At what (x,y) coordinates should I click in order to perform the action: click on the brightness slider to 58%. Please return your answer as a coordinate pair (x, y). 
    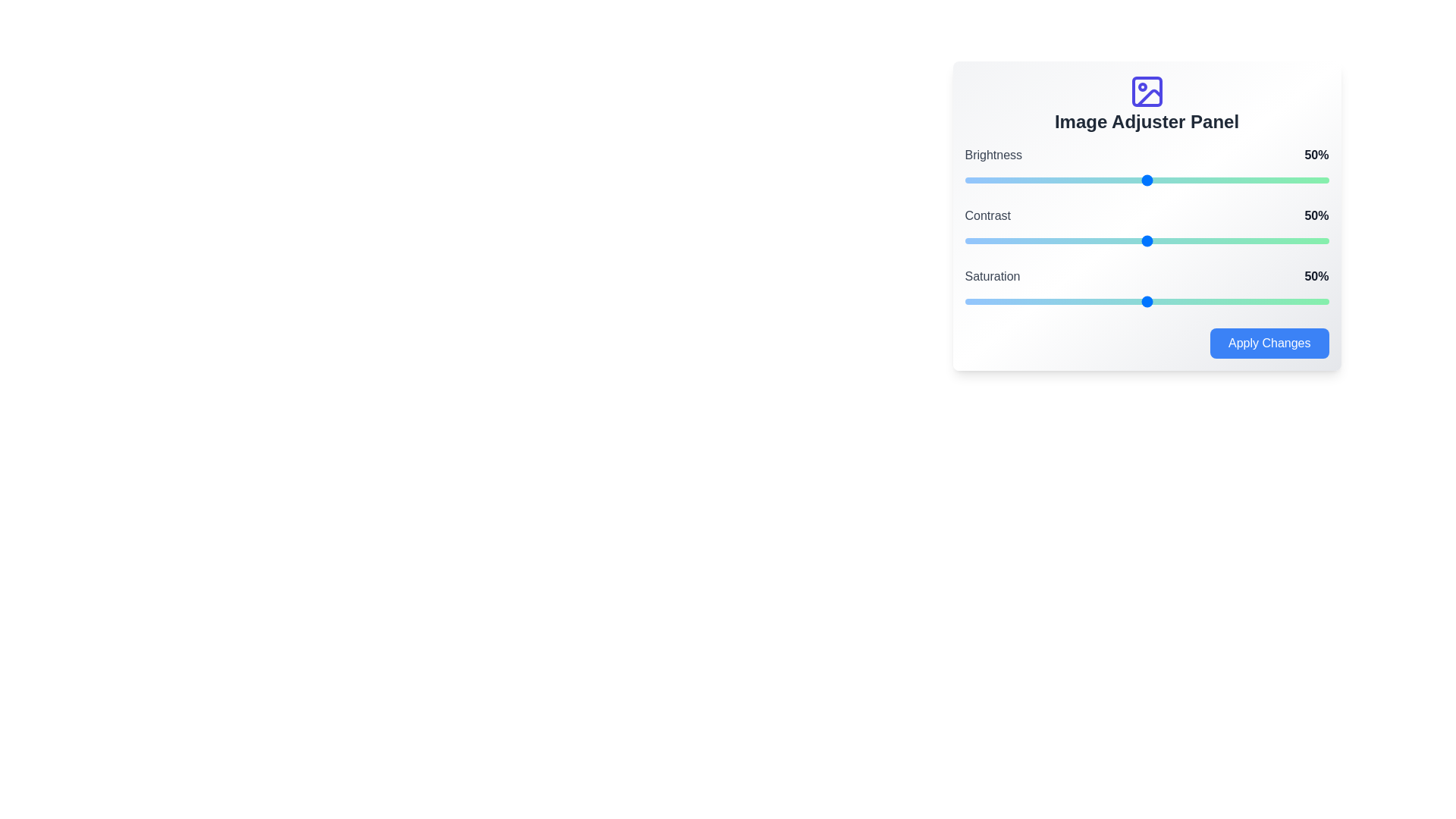
    Looking at the image, I should click on (1175, 180).